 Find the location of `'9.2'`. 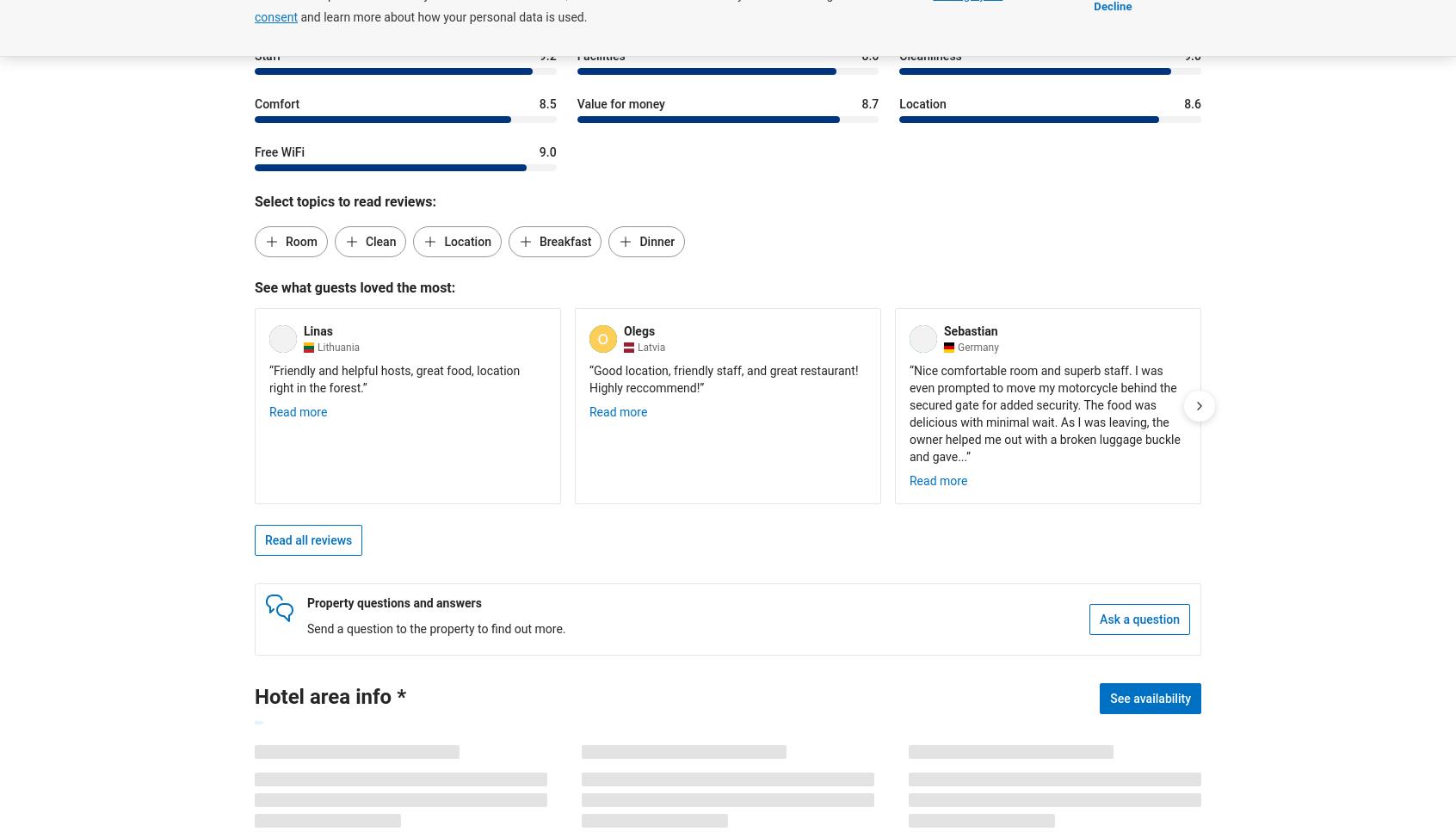

'9.2' is located at coordinates (547, 54).